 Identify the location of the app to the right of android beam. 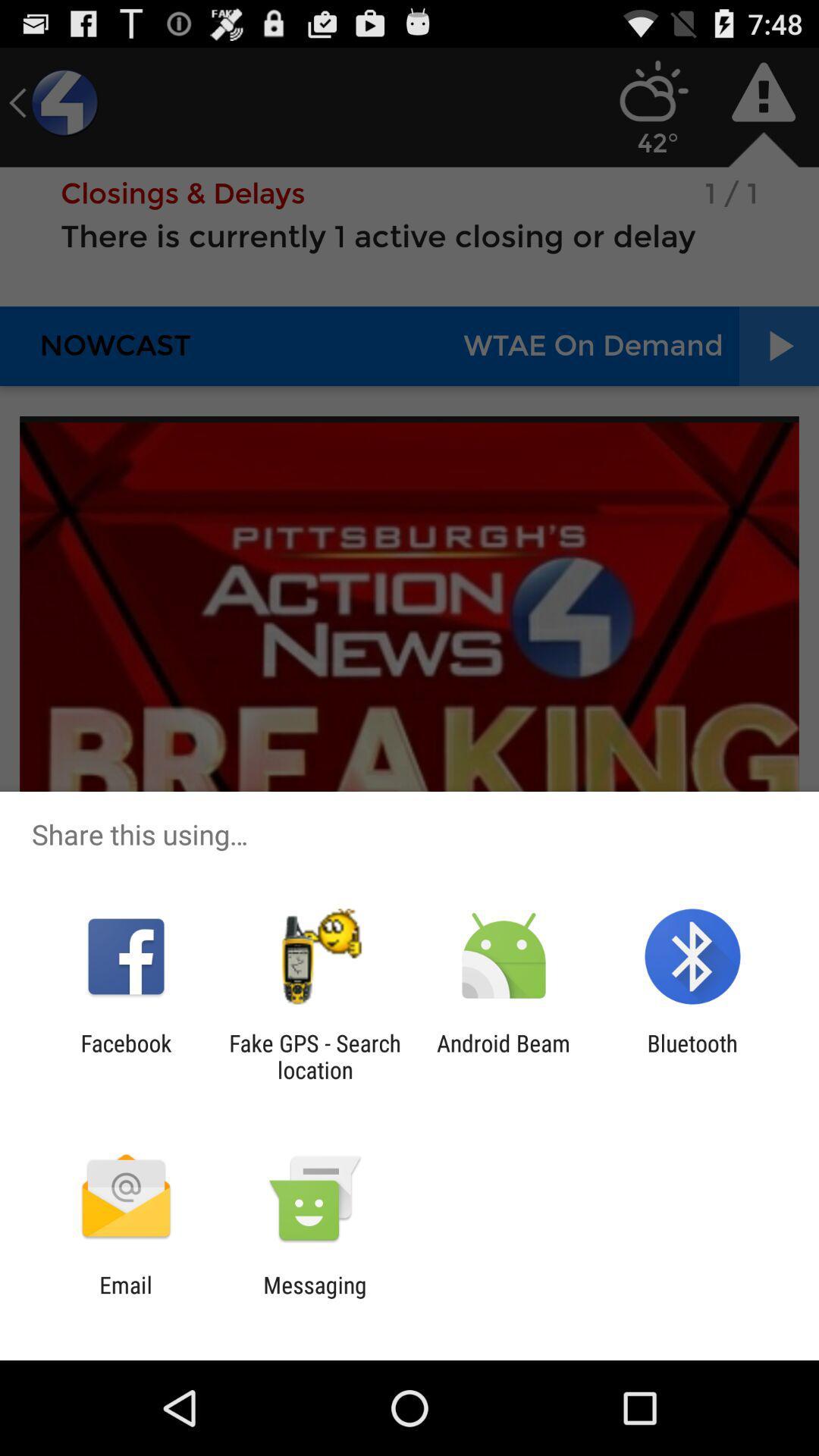
(692, 1056).